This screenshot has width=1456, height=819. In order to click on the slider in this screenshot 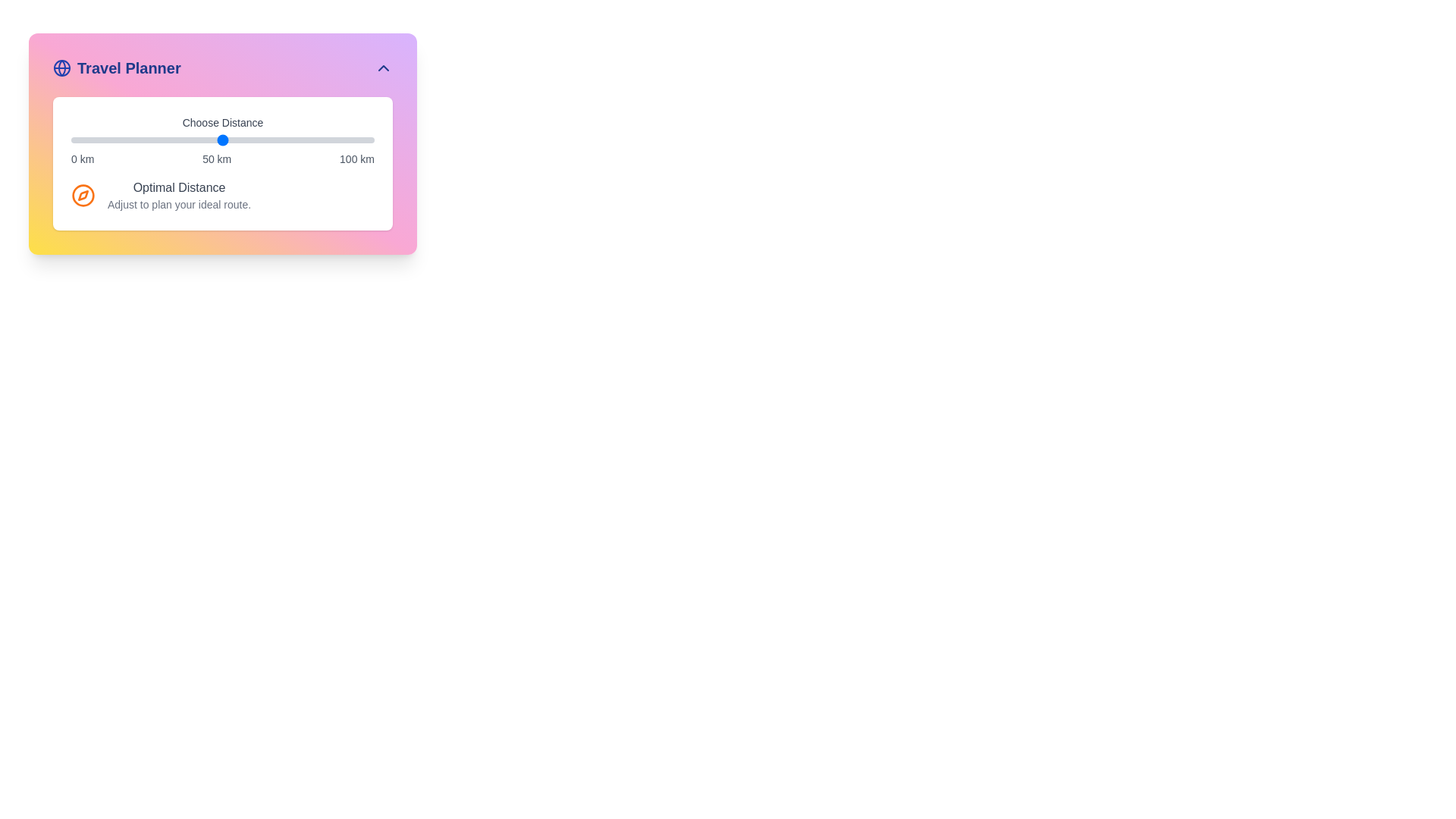, I will do `click(250, 140)`.